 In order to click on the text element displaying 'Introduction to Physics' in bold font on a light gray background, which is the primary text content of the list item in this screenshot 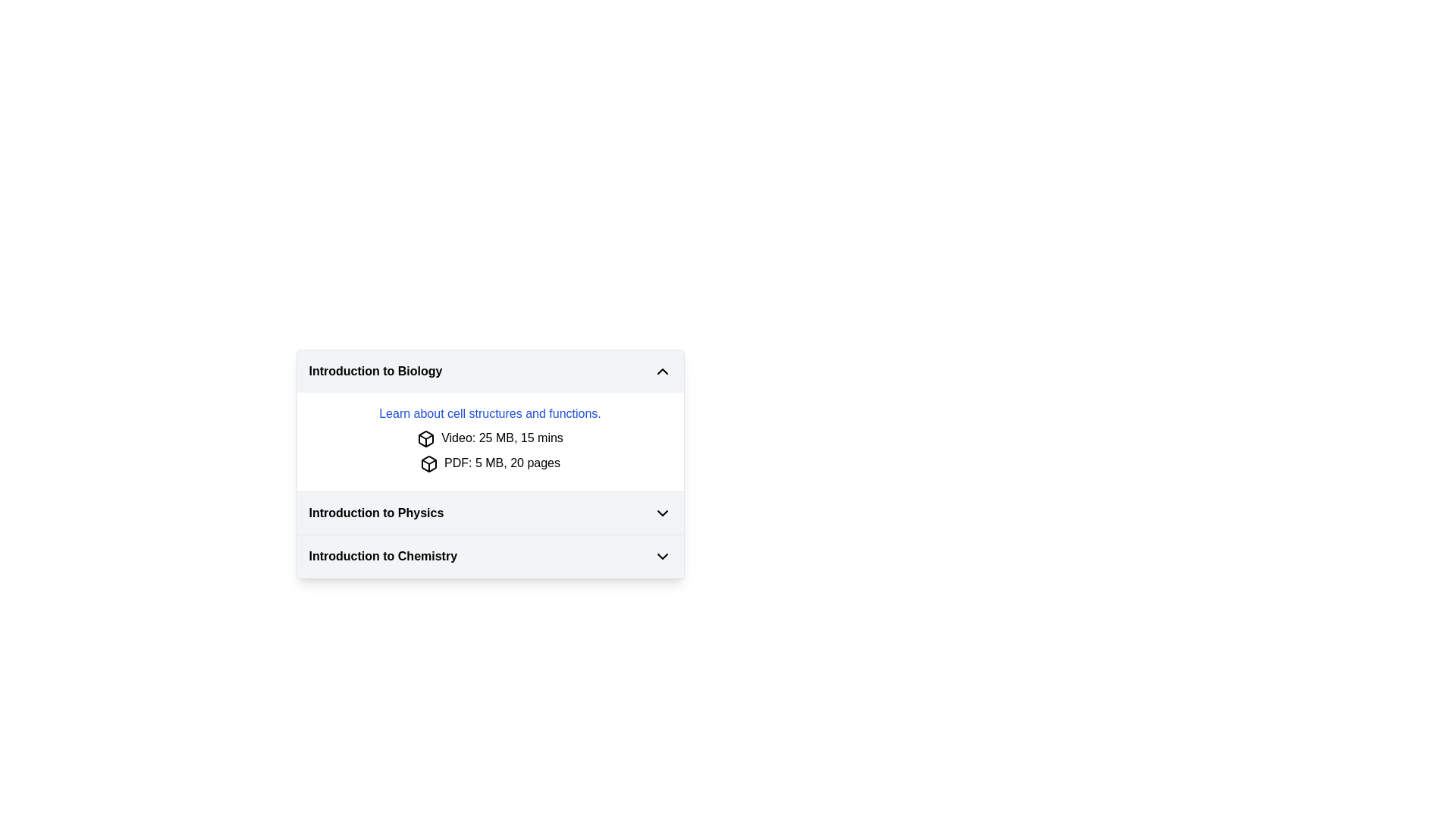, I will do `click(376, 512)`.